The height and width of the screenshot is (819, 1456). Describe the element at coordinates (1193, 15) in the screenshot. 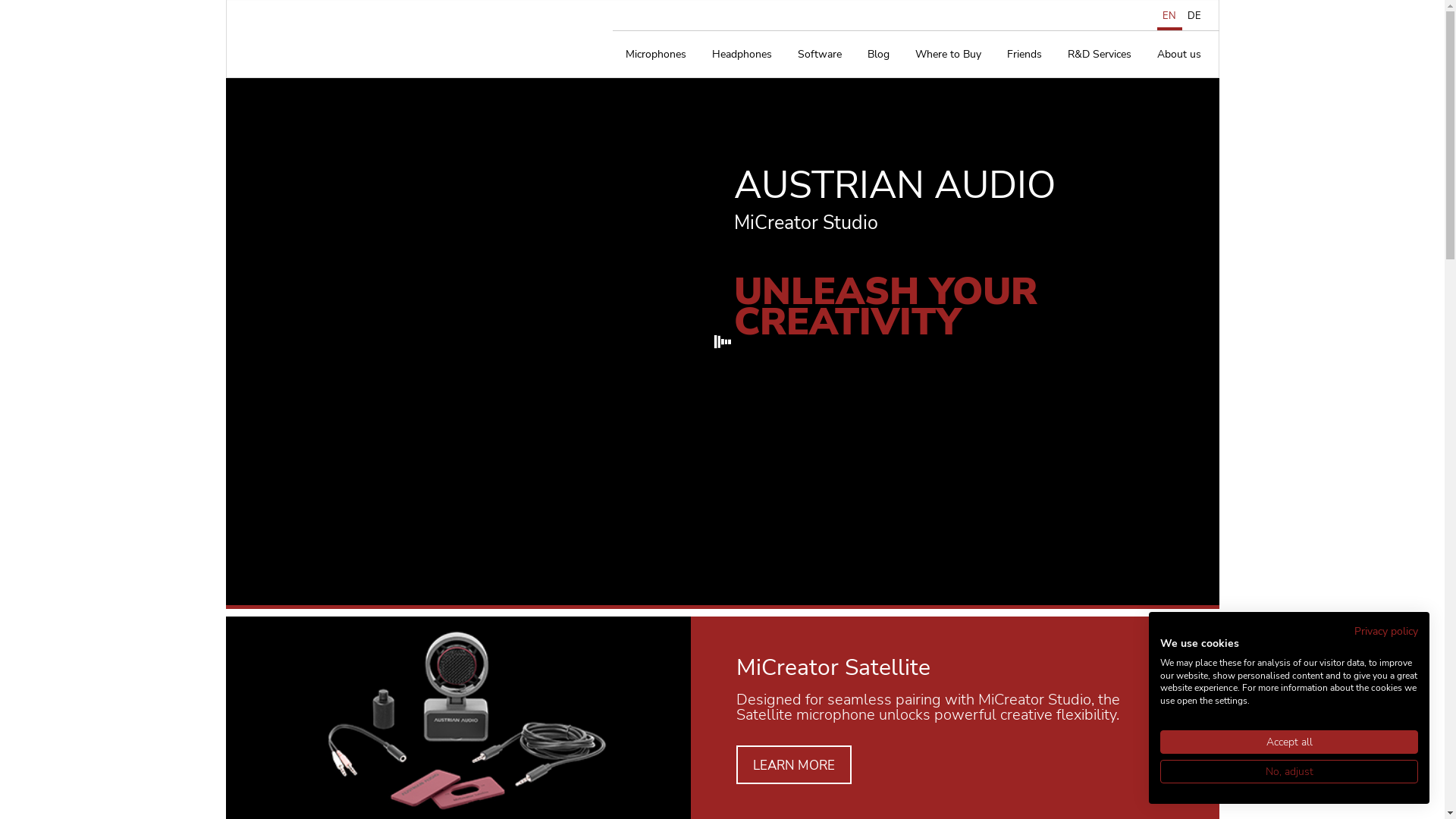

I see `'DE'` at that location.